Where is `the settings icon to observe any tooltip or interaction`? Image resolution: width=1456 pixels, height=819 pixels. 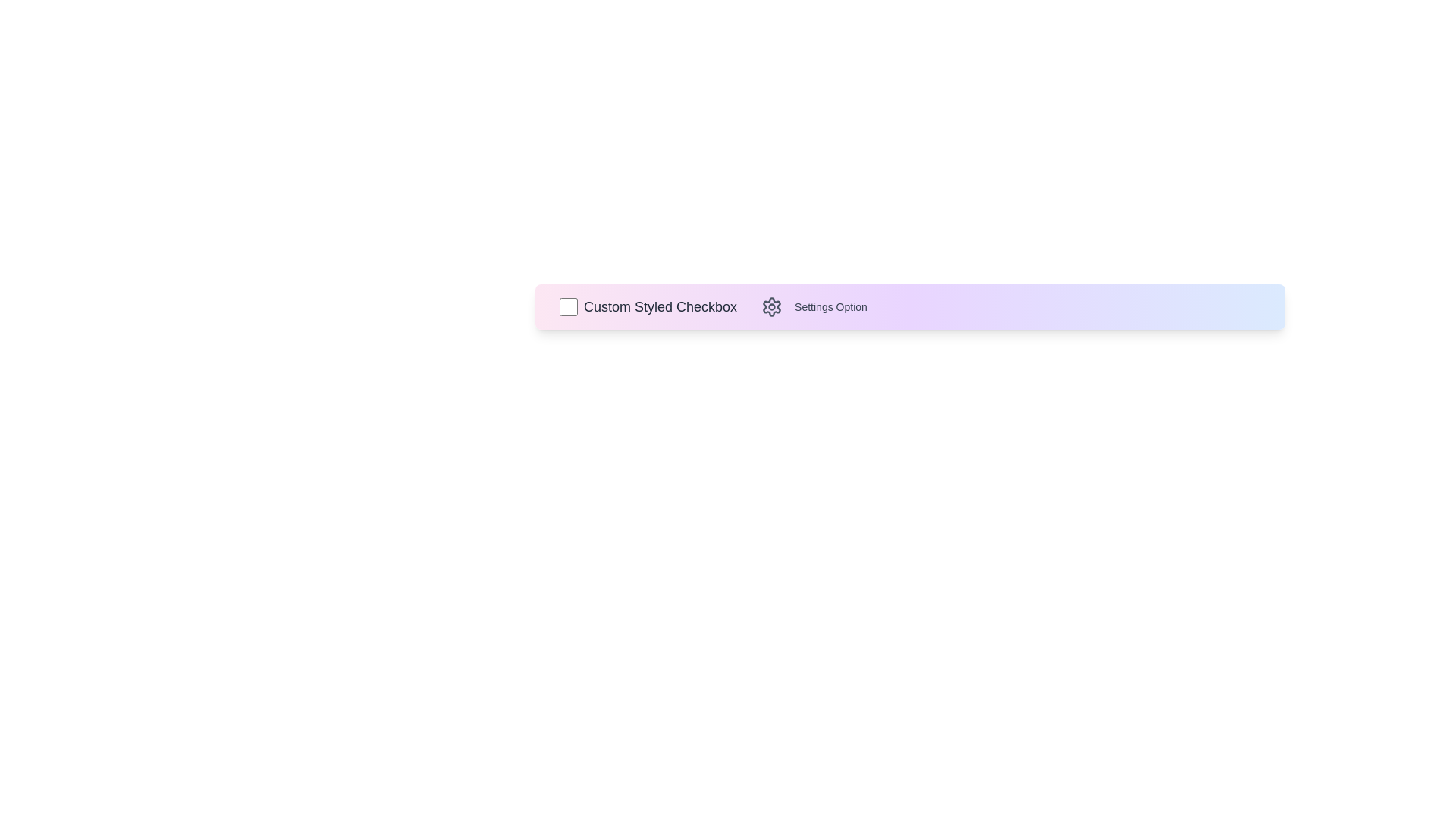
the settings icon to observe any tooltip or interaction is located at coordinates (771, 307).